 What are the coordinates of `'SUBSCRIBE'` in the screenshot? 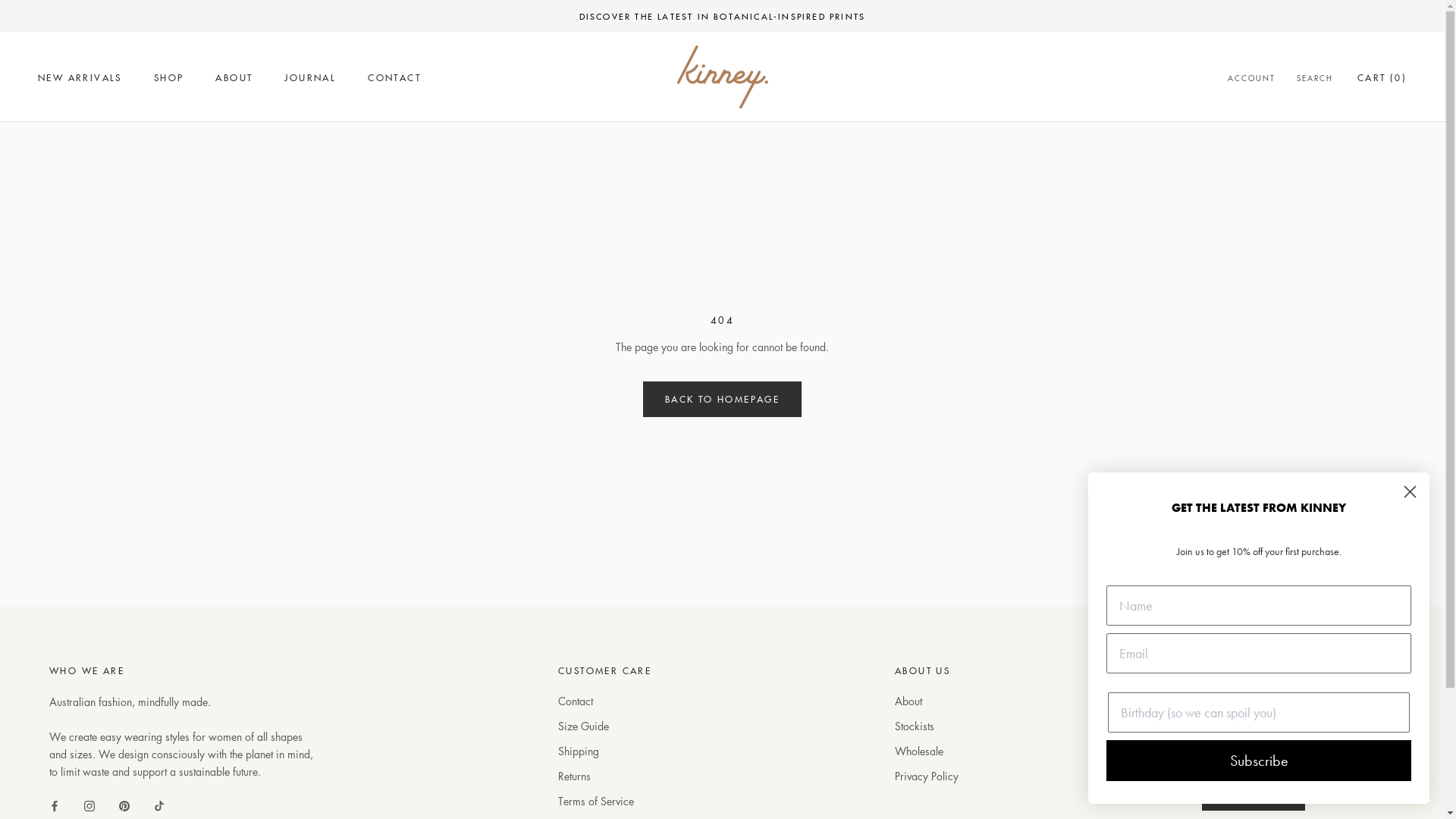 It's located at (1200, 792).